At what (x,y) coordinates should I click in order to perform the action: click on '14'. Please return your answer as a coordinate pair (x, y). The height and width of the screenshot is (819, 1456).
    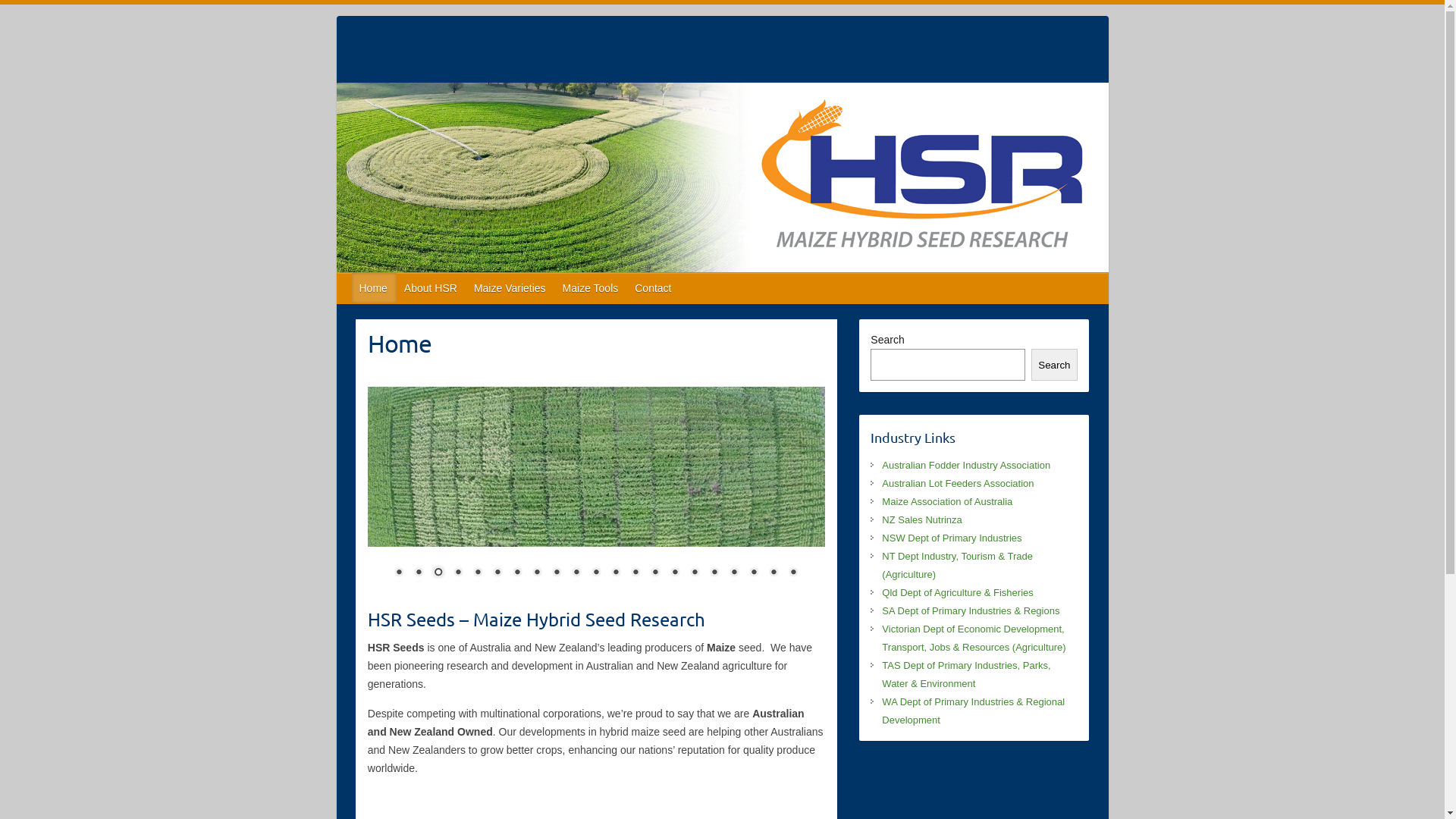
    Looking at the image, I should click on (655, 573).